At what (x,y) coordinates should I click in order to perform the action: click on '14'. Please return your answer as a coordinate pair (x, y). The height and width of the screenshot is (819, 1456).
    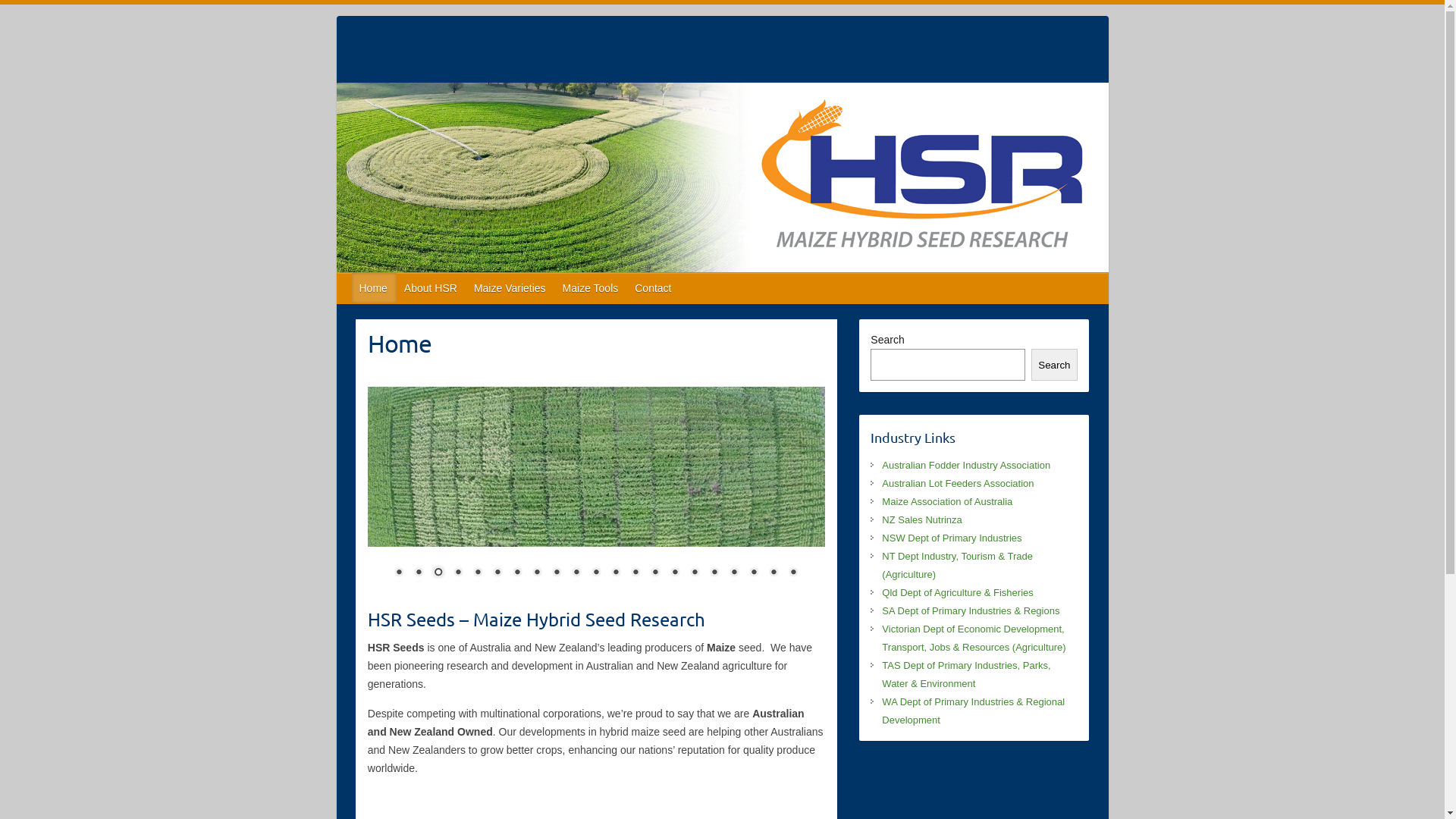
    Looking at the image, I should click on (655, 573).